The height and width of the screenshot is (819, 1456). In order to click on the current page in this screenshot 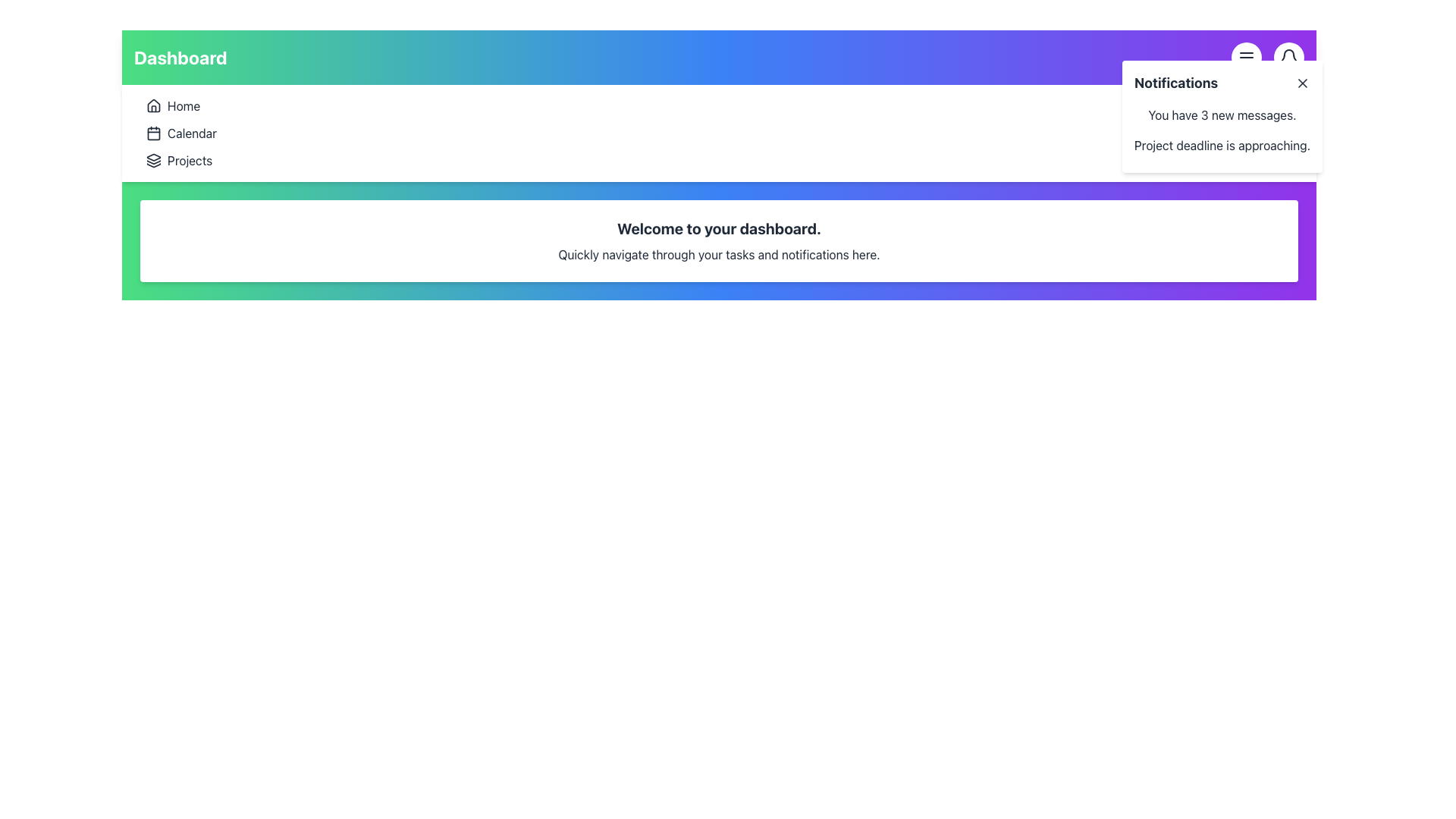, I will do `click(180, 57)`.